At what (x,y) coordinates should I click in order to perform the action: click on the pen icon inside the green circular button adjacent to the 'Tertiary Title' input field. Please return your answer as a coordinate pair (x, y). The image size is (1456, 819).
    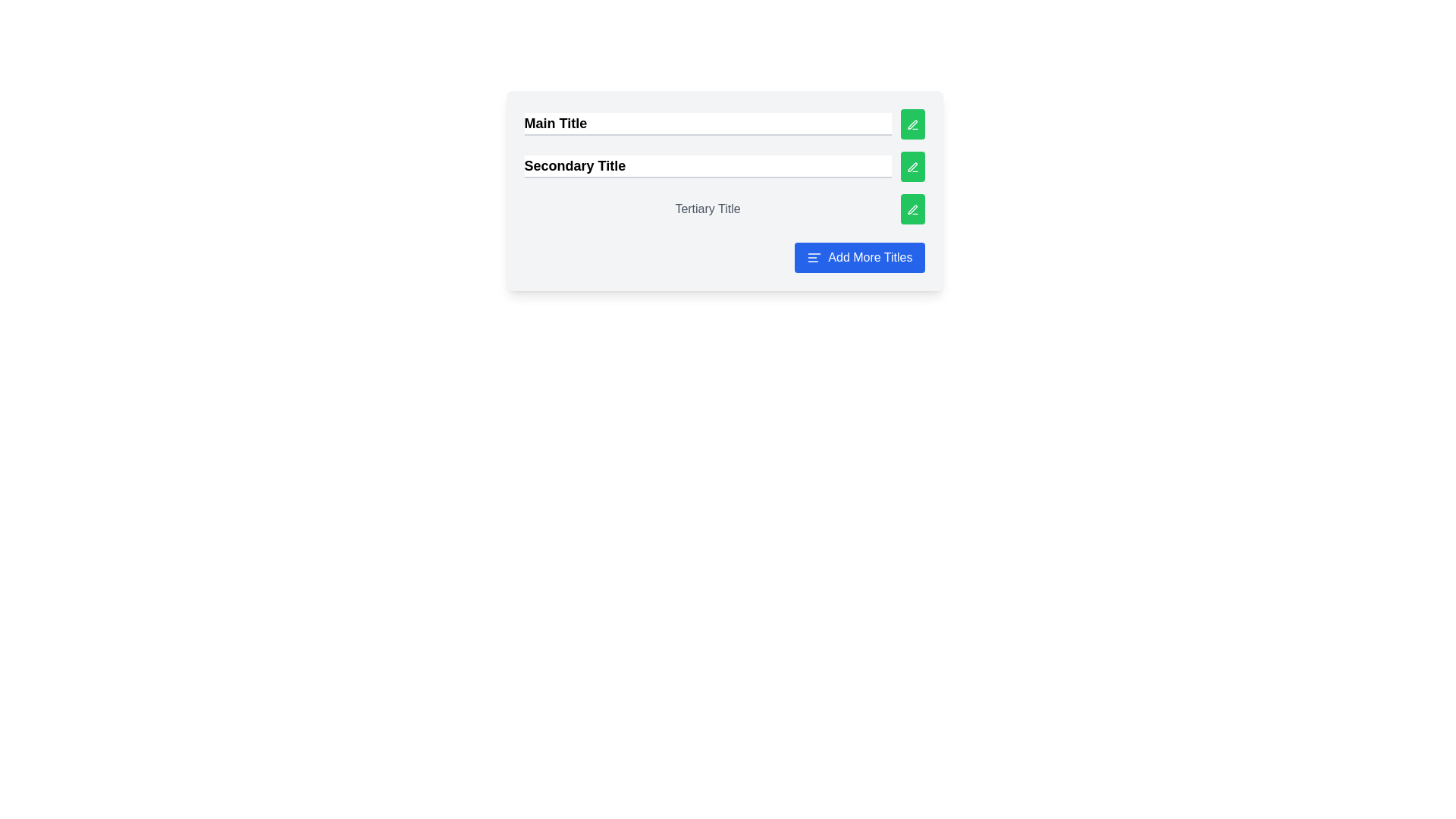
    Looking at the image, I should click on (912, 209).